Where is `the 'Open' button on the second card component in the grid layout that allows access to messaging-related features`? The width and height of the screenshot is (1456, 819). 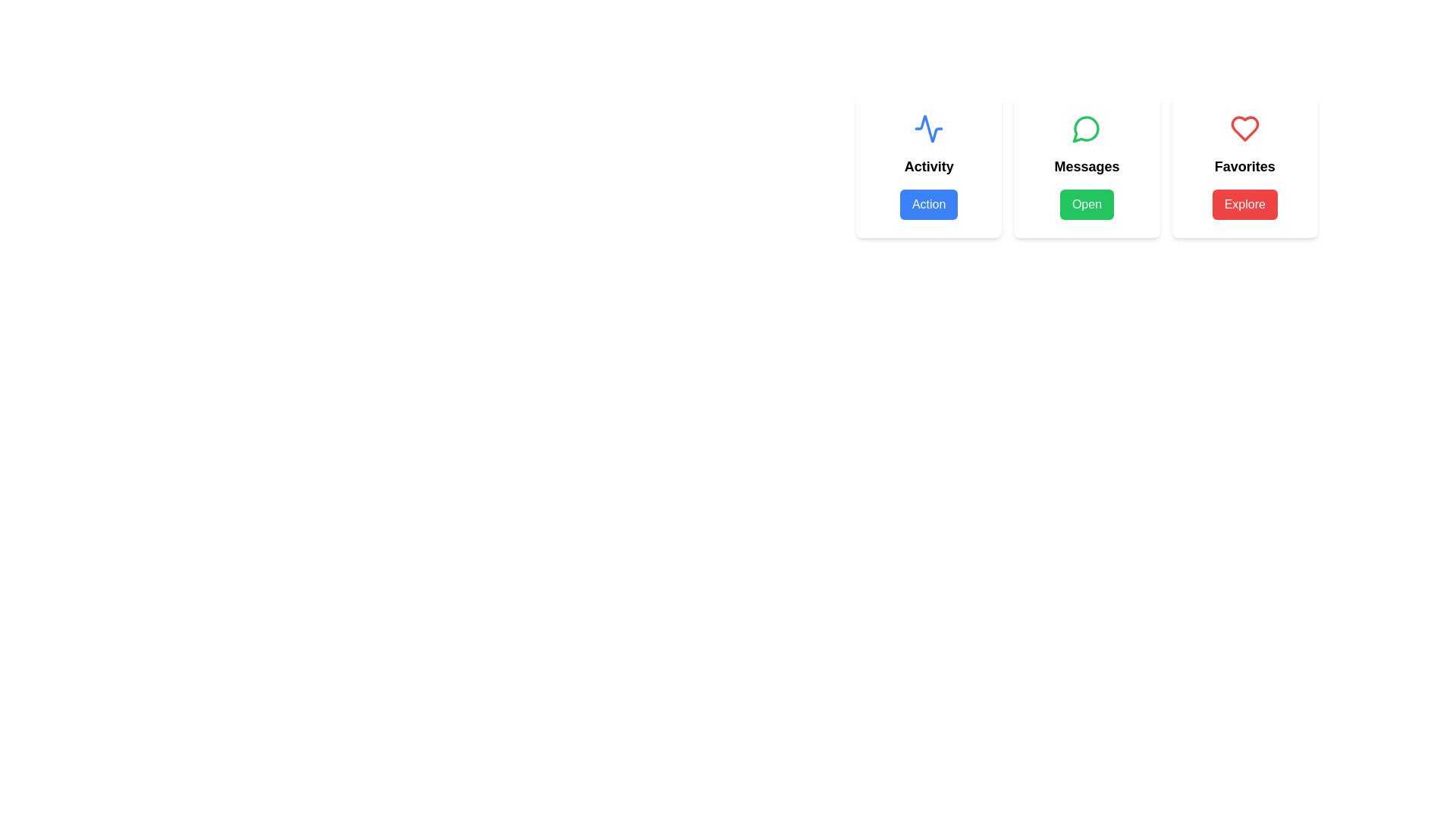 the 'Open' button on the second card component in the grid layout that allows access to messaging-related features is located at coordinates (1086, 166).